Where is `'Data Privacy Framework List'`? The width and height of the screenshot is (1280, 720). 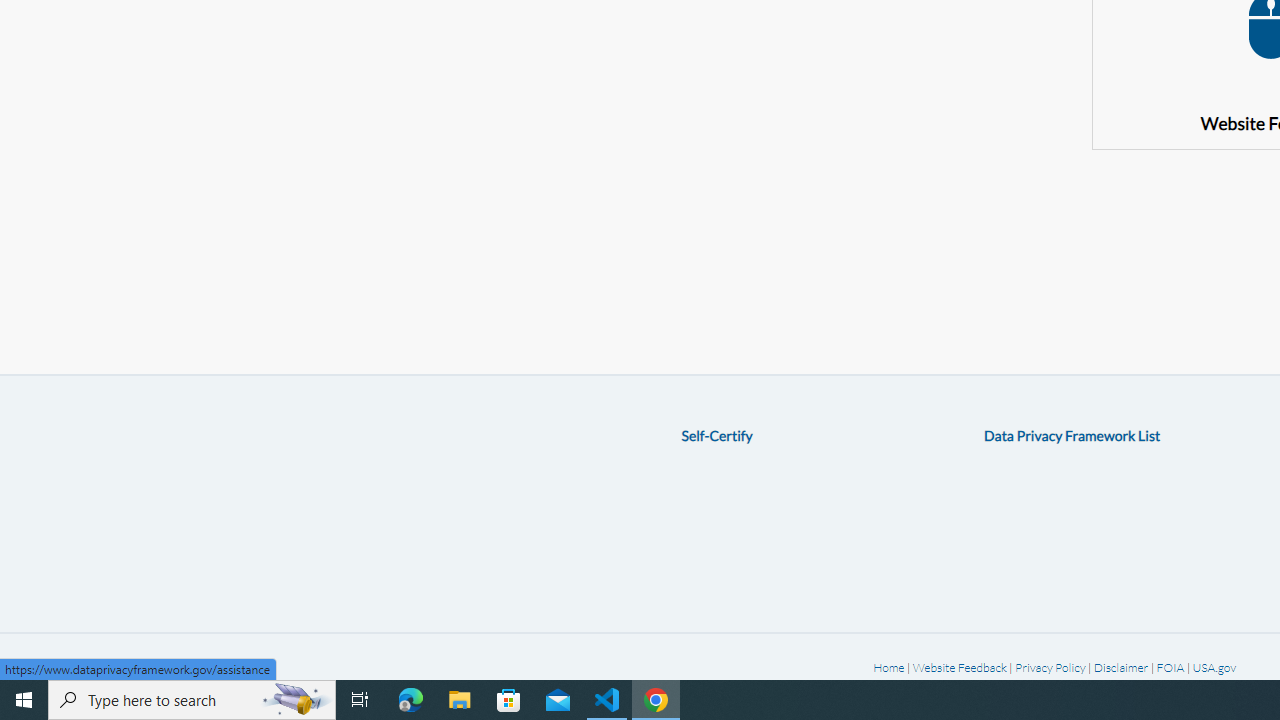
'Data Privacy Framework List' is located at coordinates (1071, 434).